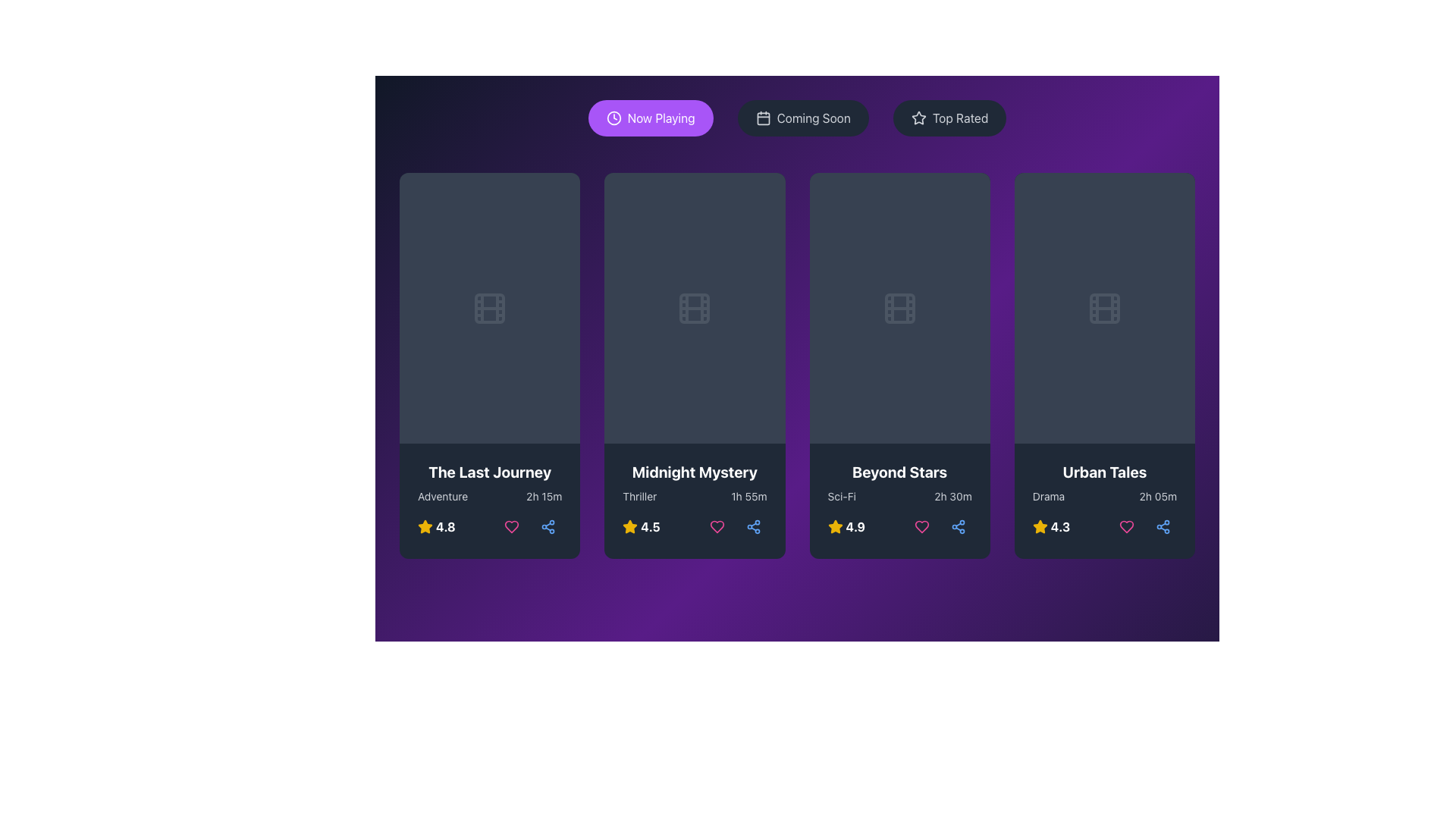  What do you see at coordinates (1050, 526) in the screenshot?
I see `rating value displayed as '4.3' next to the yellow star icon in the bottom section of the 'Urban Tales' card` at bounding box center [1050, 526].